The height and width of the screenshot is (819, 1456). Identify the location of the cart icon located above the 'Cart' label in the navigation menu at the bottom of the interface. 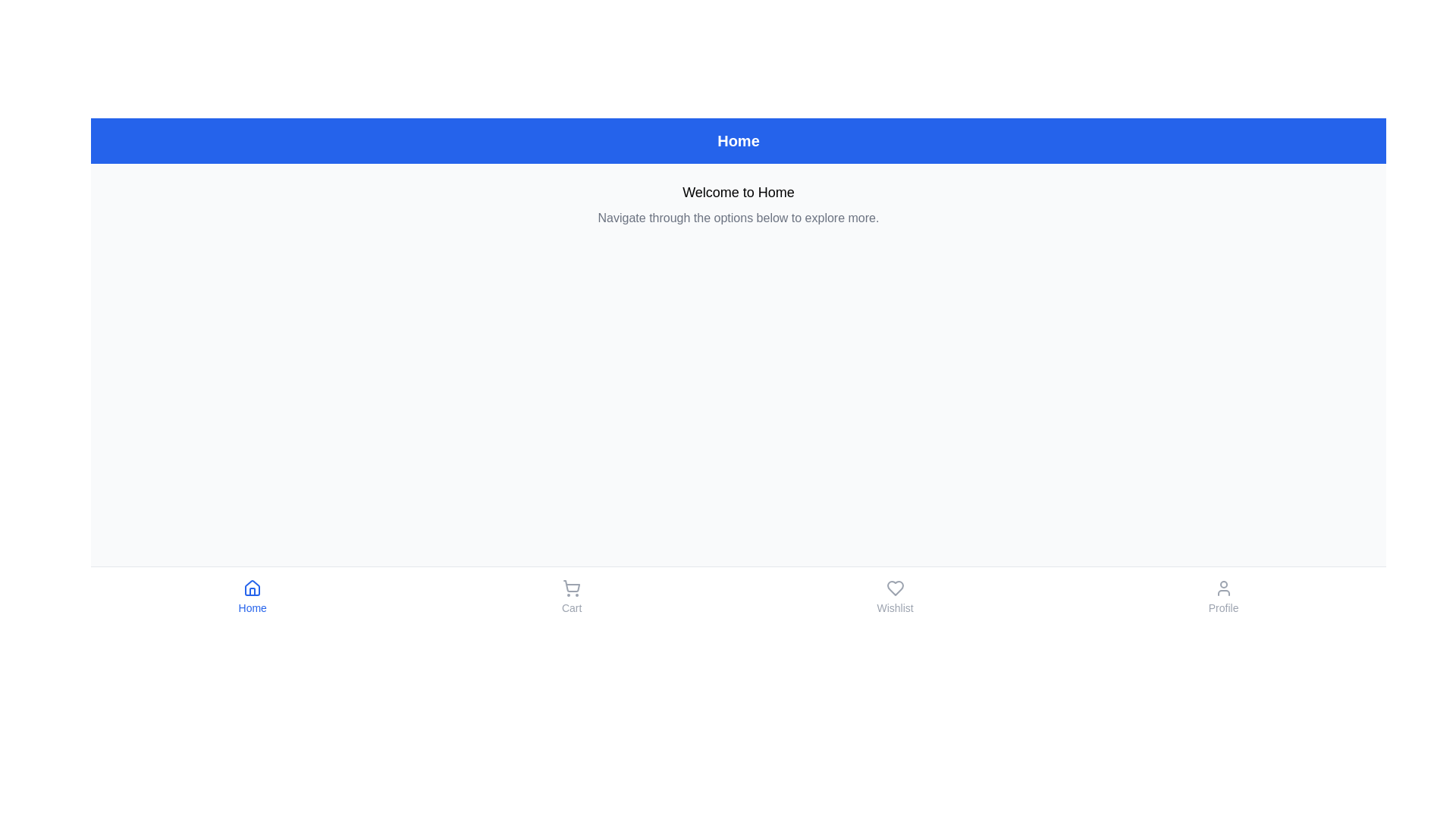
(571, 587).